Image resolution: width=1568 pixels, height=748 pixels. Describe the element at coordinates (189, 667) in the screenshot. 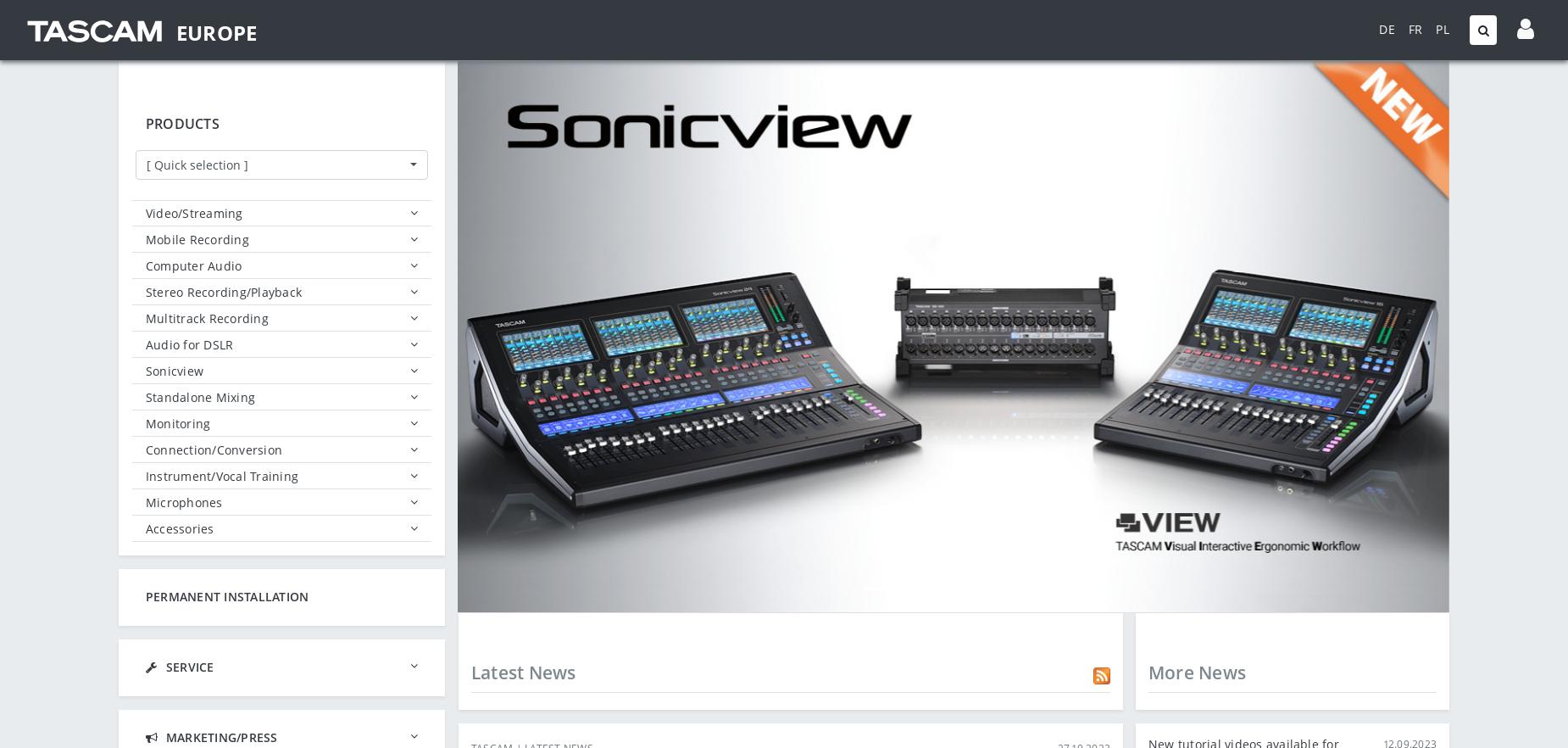

I see `'Service'` at that location.